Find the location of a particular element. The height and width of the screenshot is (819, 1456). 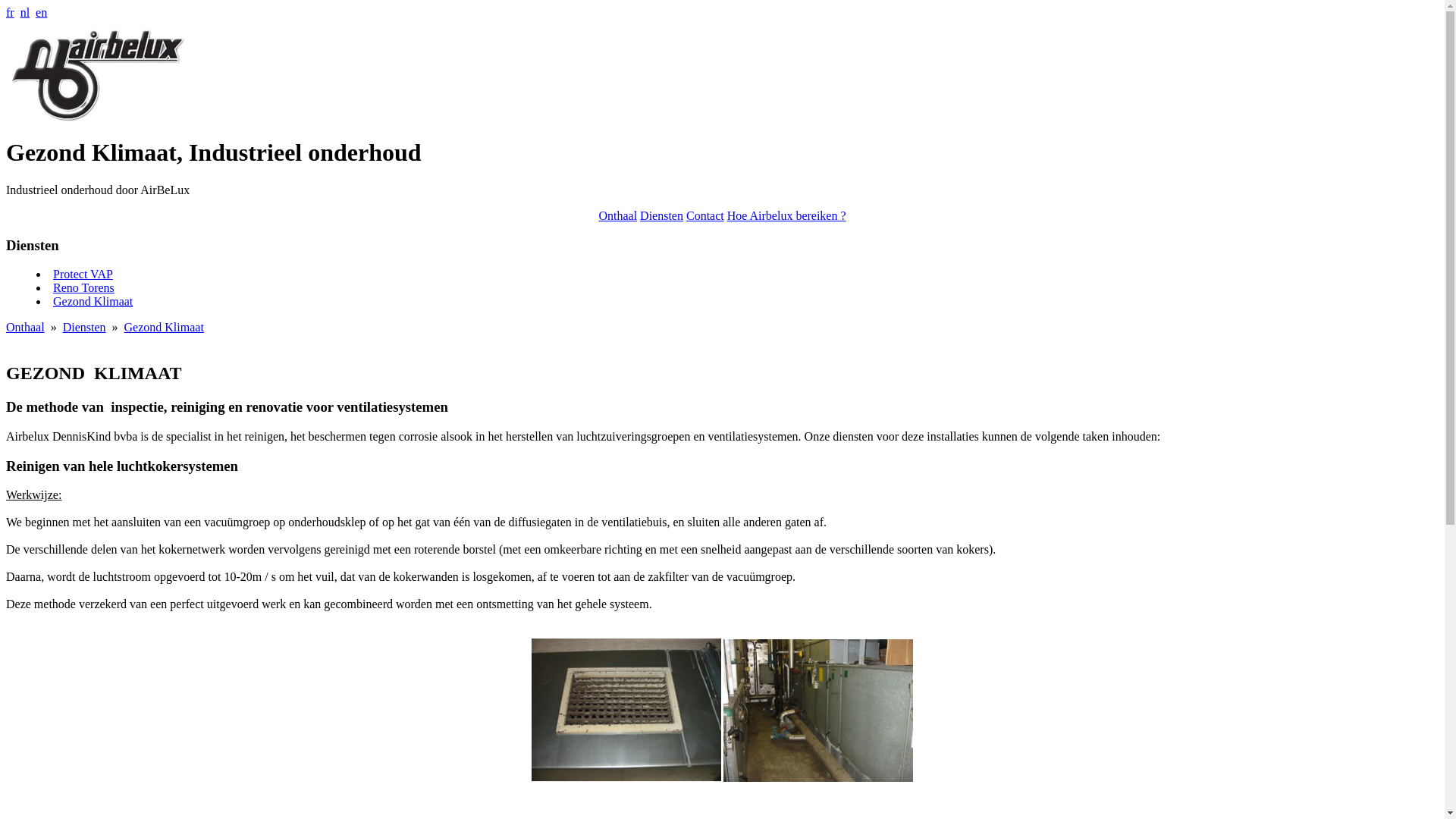

'en' is located at coordinates (41, 12).